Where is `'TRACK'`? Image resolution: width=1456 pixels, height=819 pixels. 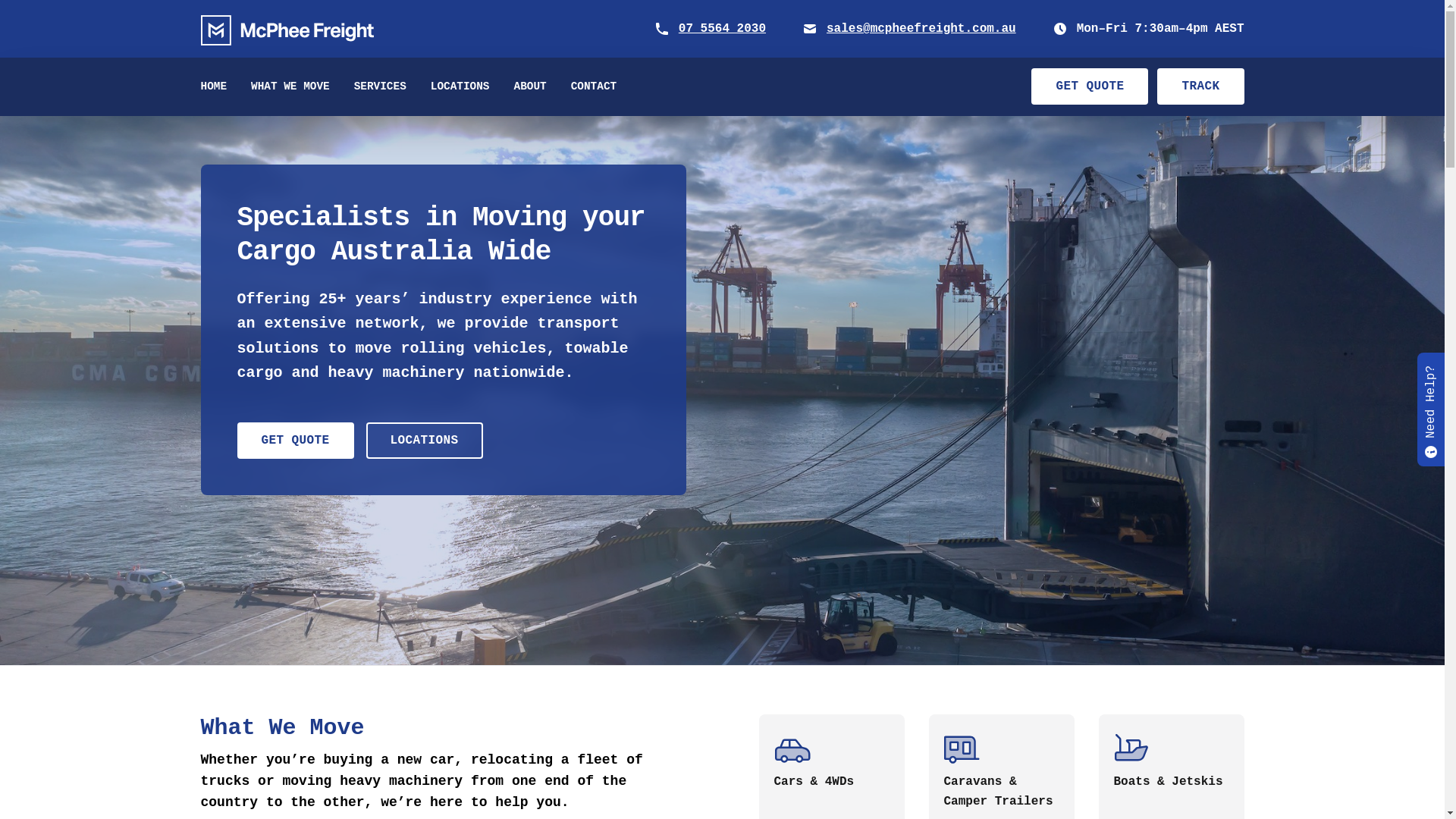 'TRACK' is located at coordinates (1200, 86).